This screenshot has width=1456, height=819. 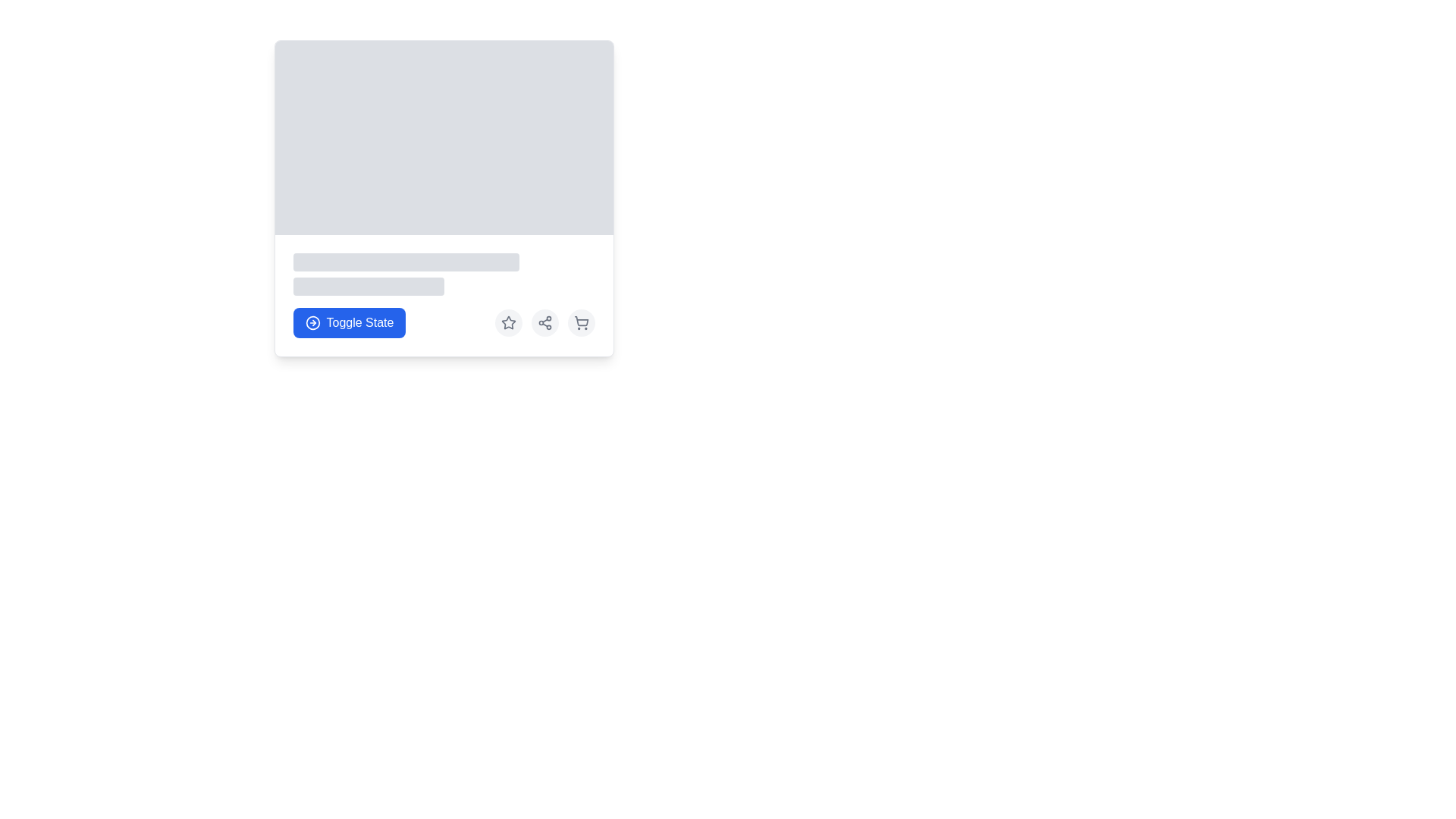 I want to click on the circular icon with a right-pointing arrow located within the 'Toggle State' button, which has a white outline and is positioned at the bottom left of the card layout, so click(x=312, y=322).